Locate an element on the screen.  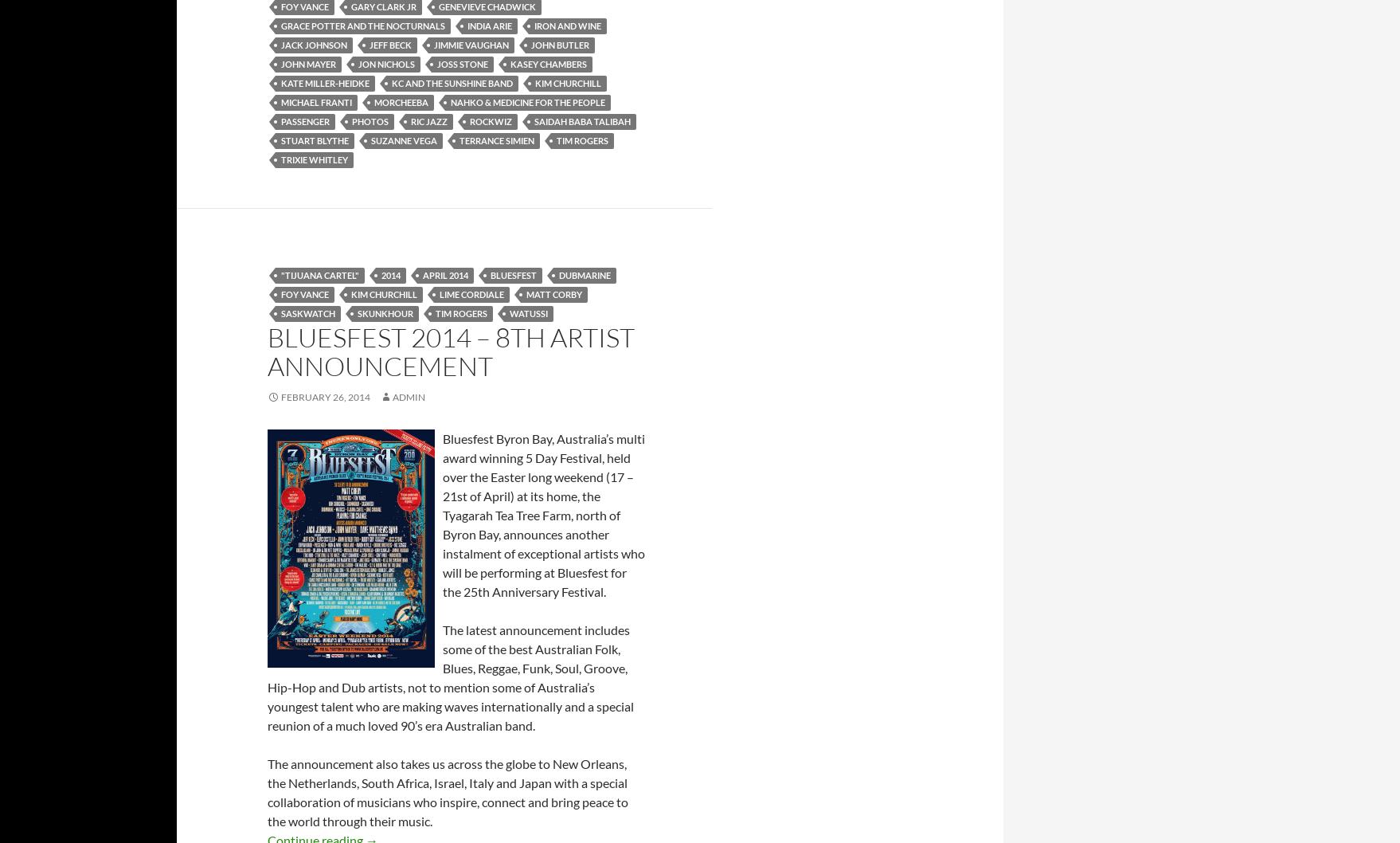
'Joss Stone' is located at coordinates (462, 63).